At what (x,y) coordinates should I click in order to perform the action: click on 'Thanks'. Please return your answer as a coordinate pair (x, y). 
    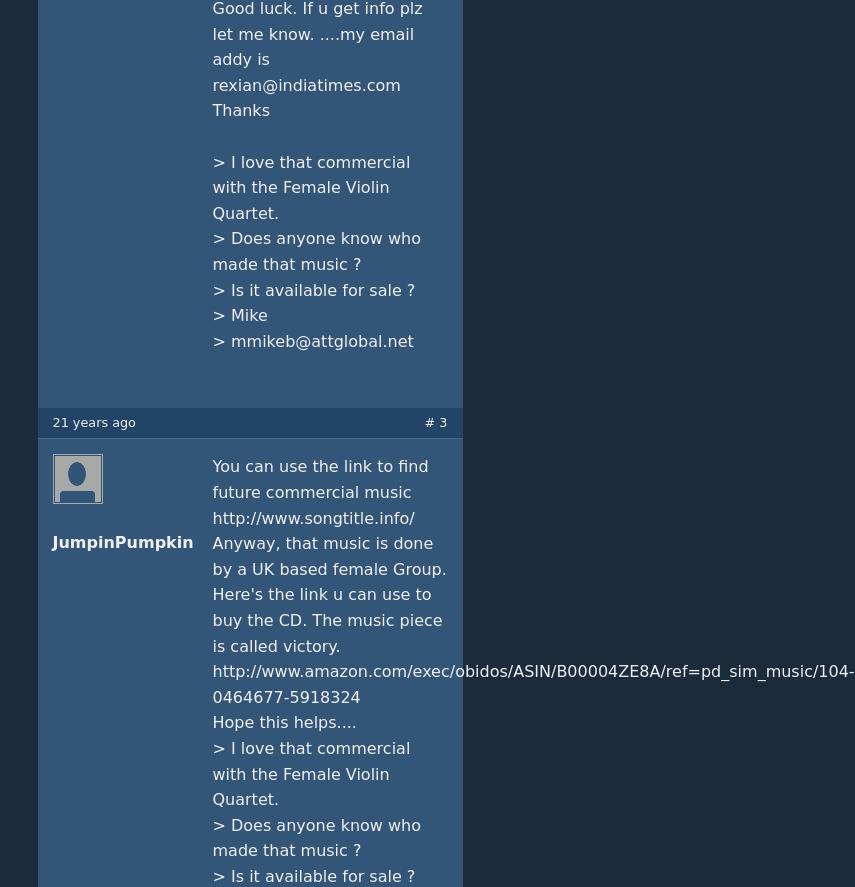
    Looking at the image, I should click on (239, 110).